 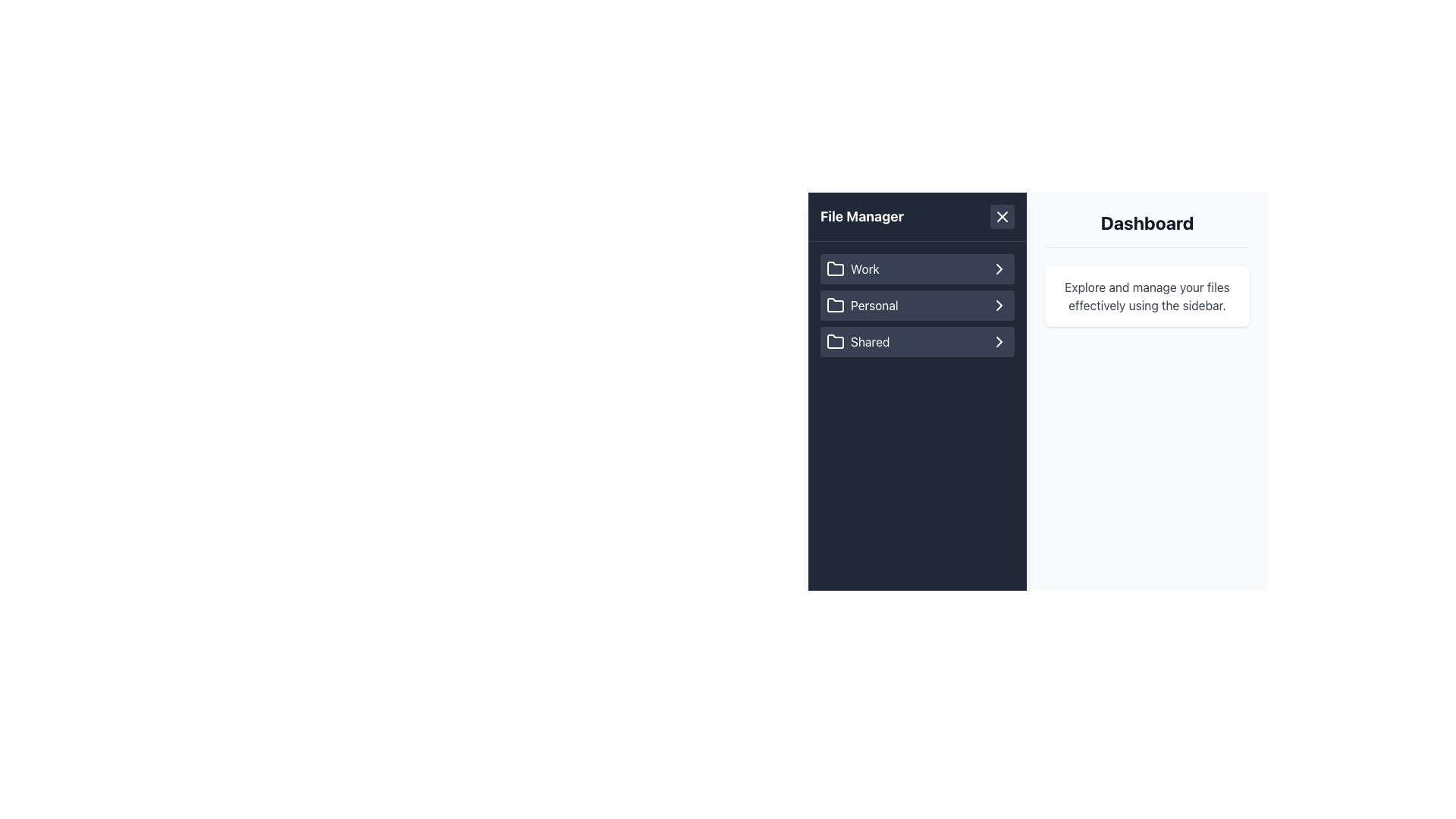 What do you see at coordinates (862, 305) in the screenshot?
I see `the 'Personal' navigation link in the sidebar` at bounding box center [862, 305].